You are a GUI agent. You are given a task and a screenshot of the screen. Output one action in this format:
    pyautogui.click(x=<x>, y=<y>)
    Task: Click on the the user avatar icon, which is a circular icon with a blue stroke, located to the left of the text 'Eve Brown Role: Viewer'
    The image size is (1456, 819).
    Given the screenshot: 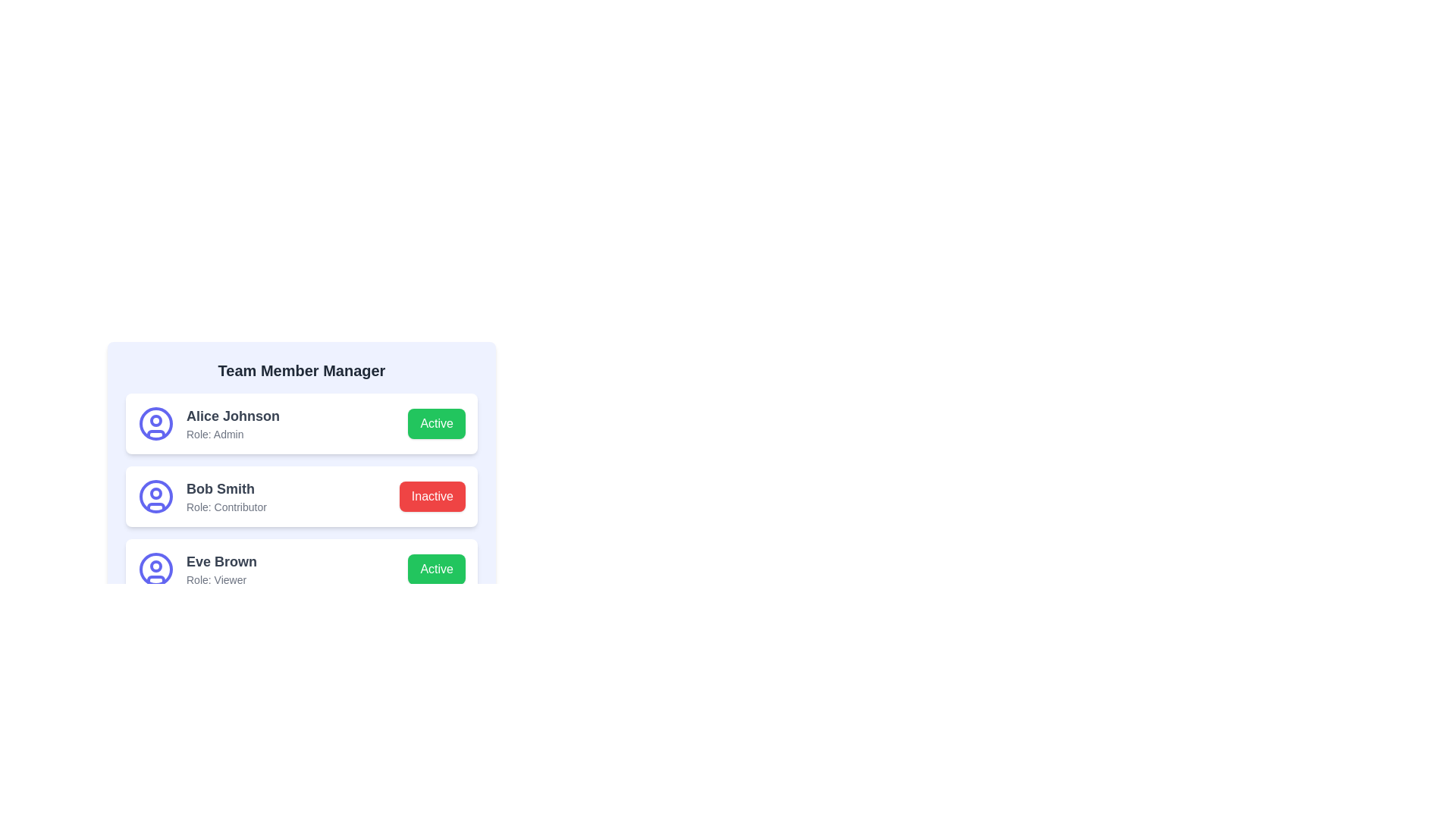 What is the action you would take?
    pyautogui.click(x=156, y=570)
    